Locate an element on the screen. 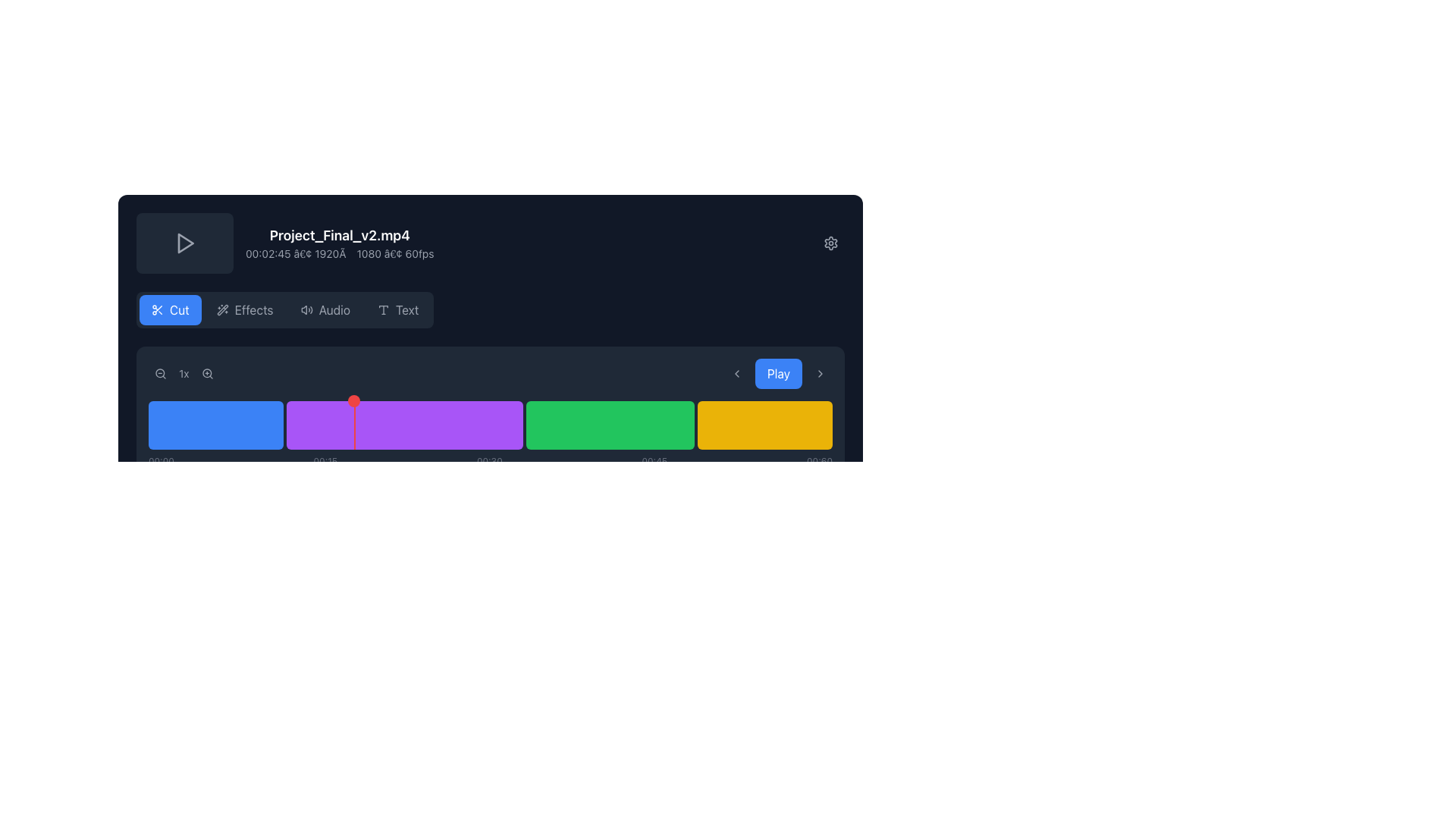  the scissors icon located inside the 'Cut' button, which has a blue background and white text, positioned near the top-left corner of the application interface is located at coordinates (157, 309).